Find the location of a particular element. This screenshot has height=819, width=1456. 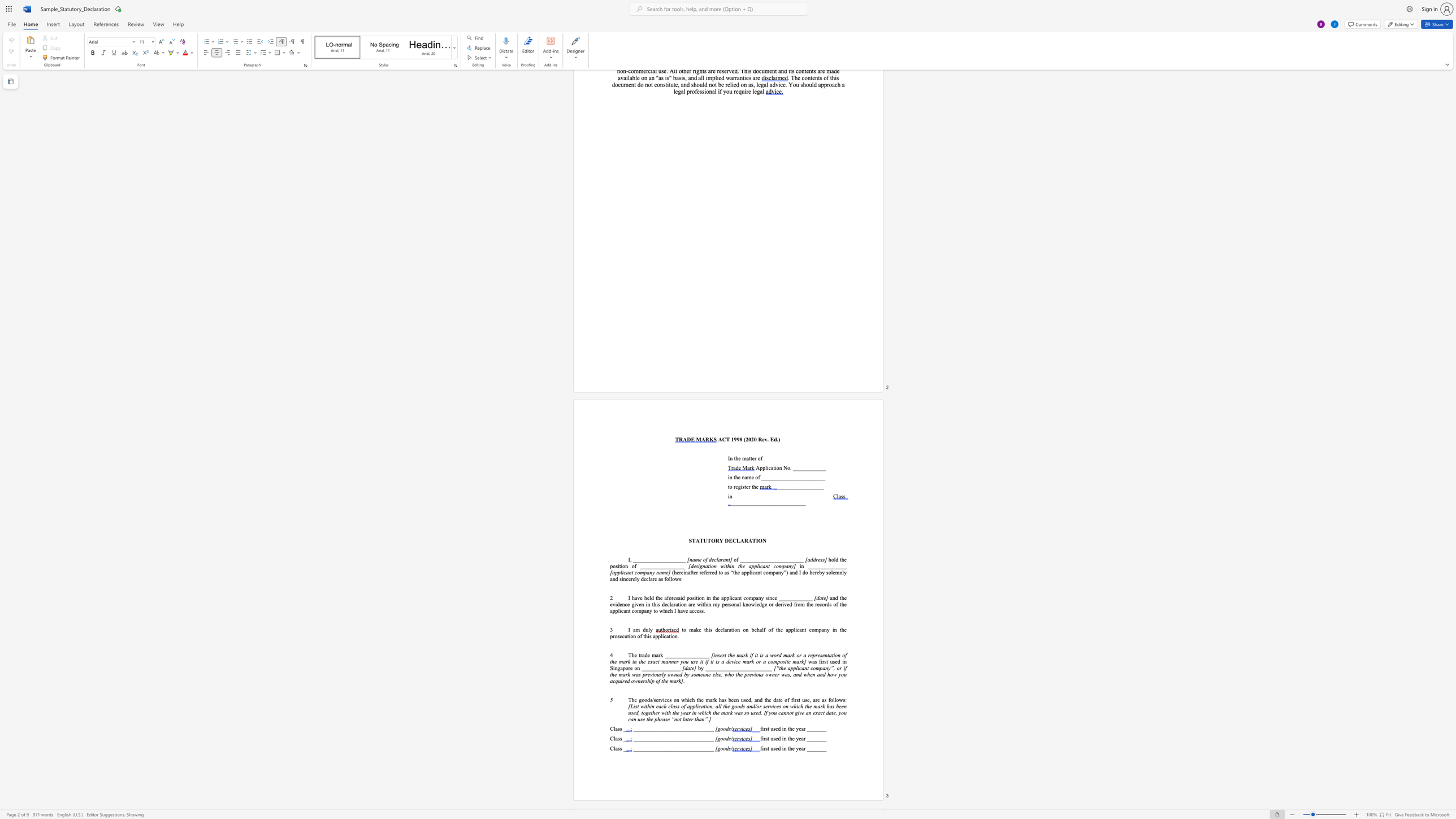

the subset text "_______" within the text "in ______________" is located at coordinates (811, 565).